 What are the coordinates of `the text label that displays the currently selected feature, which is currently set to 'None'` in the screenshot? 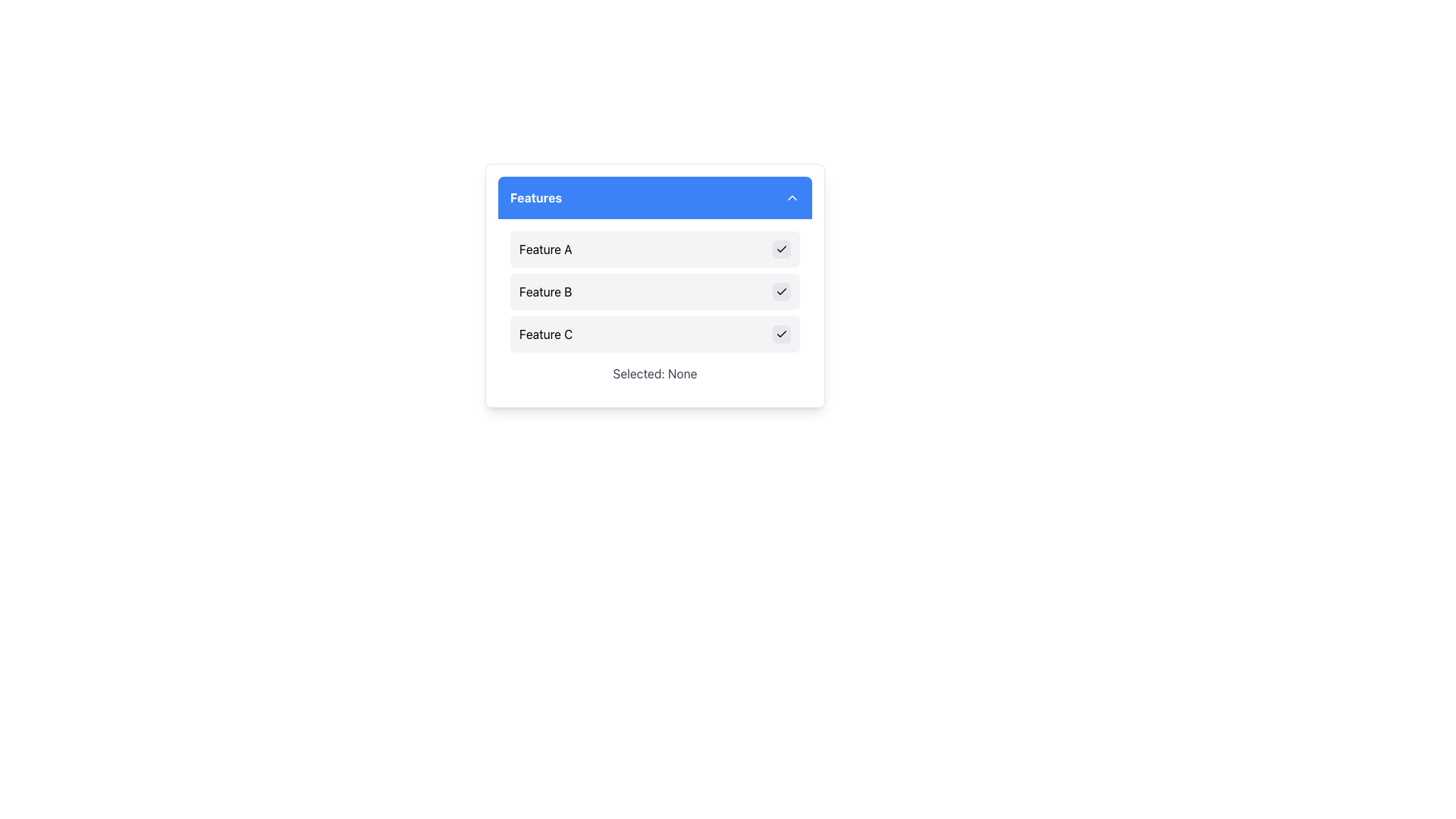 It's located at (655, 374).